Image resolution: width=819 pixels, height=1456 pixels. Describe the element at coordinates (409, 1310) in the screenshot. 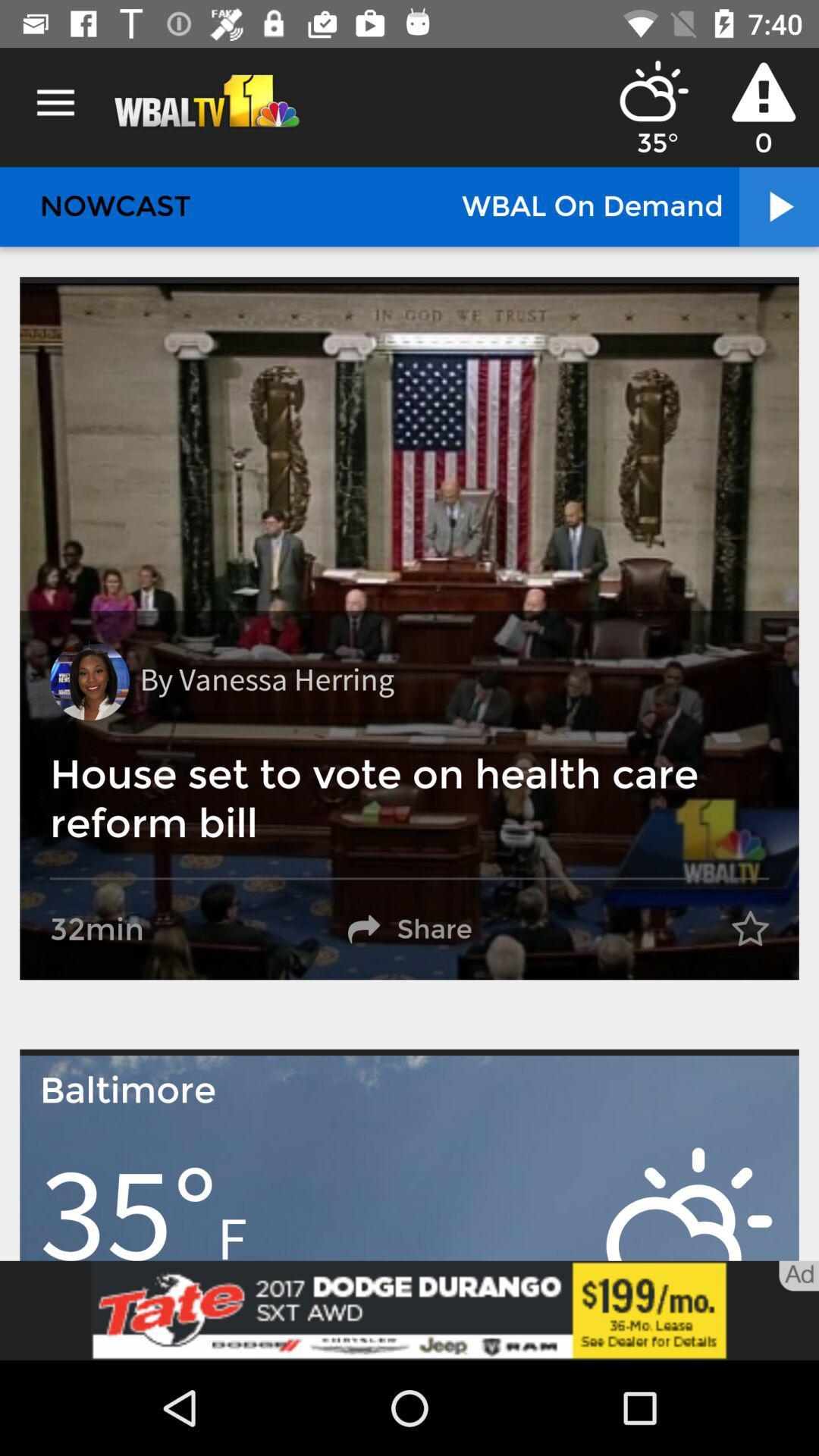

I see `open advertisement` at that location.